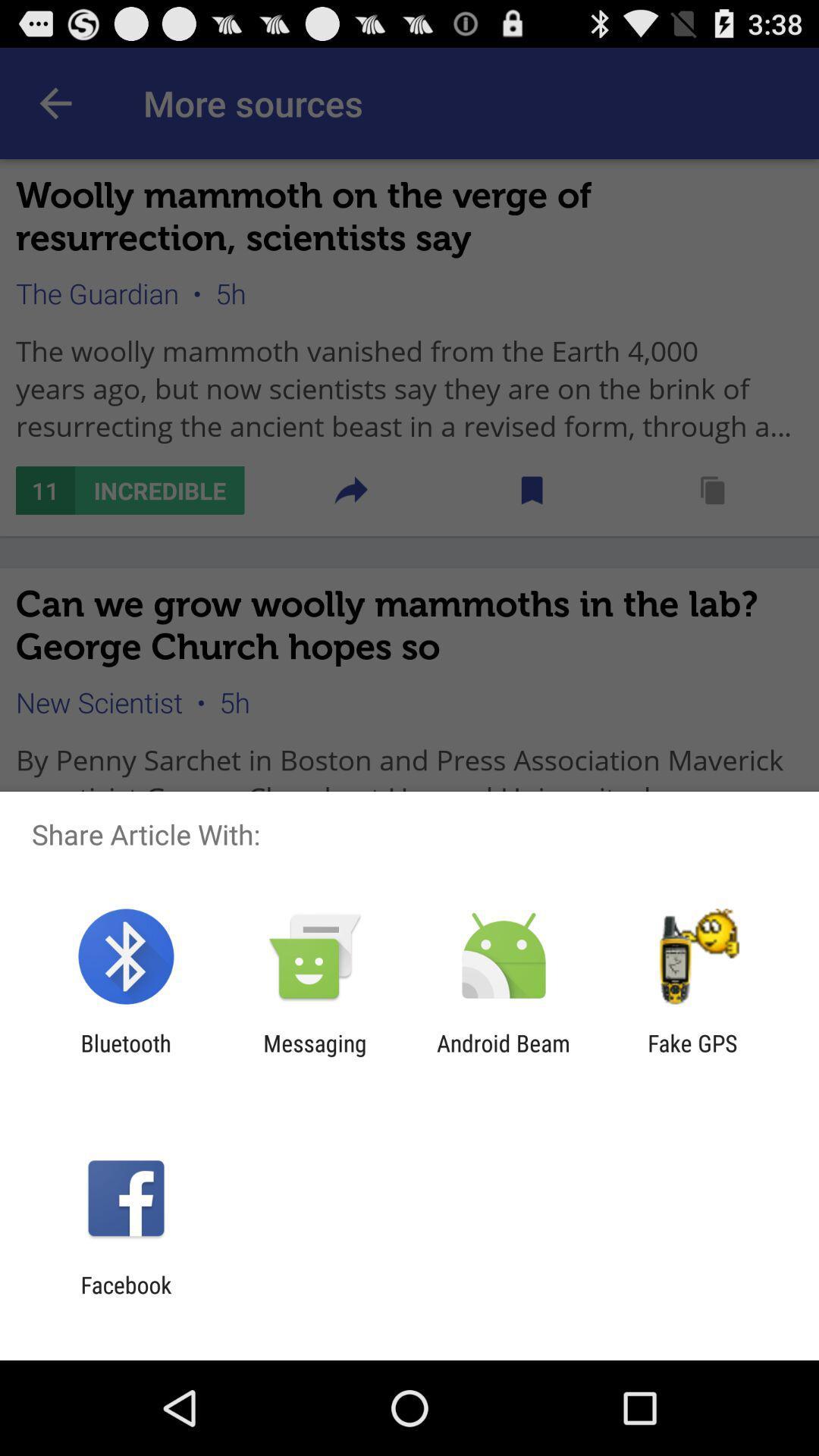  I want to click on icon next to fake gps icon, so click(504, 1056).